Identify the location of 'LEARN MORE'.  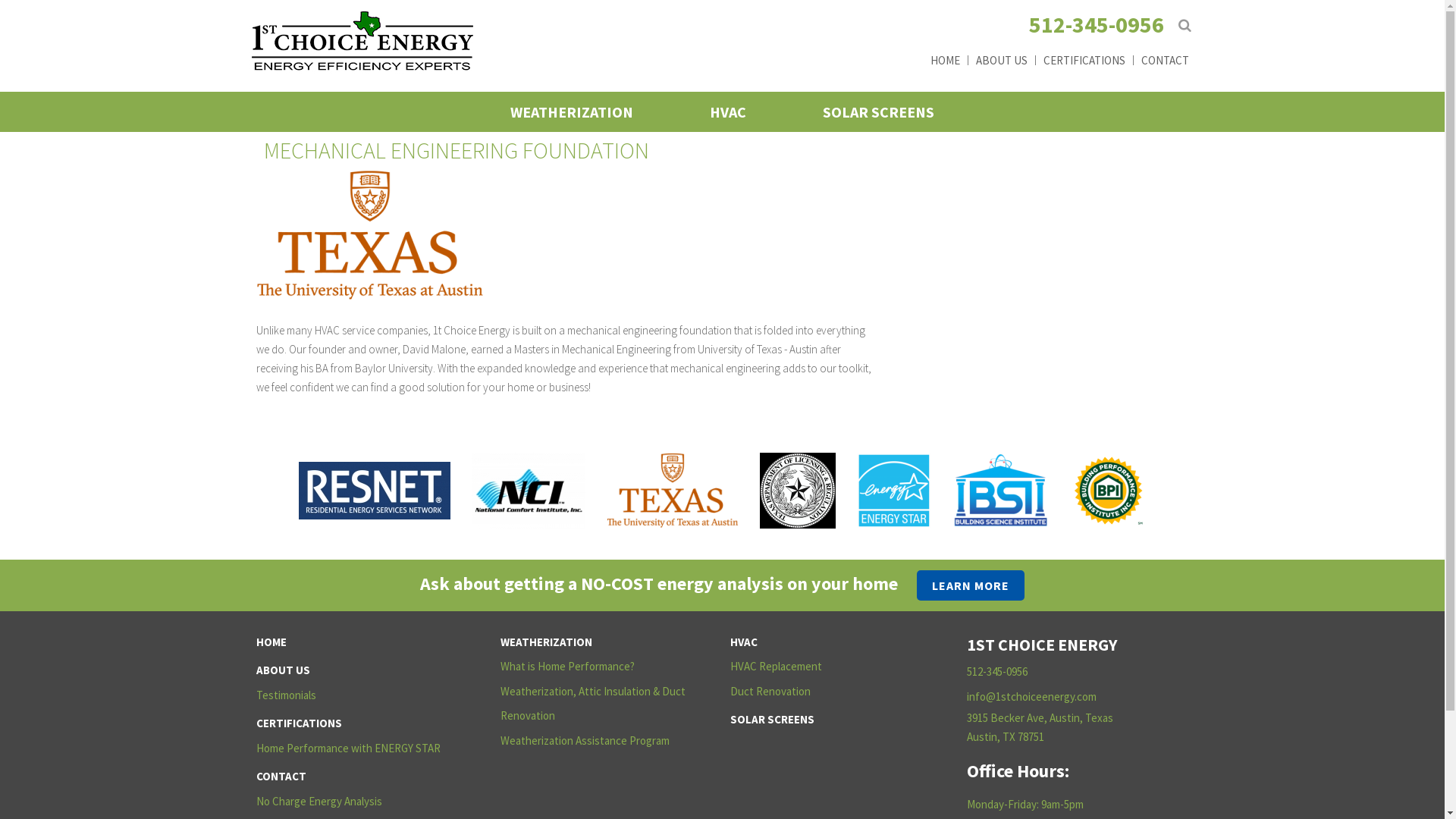
(971, 584).